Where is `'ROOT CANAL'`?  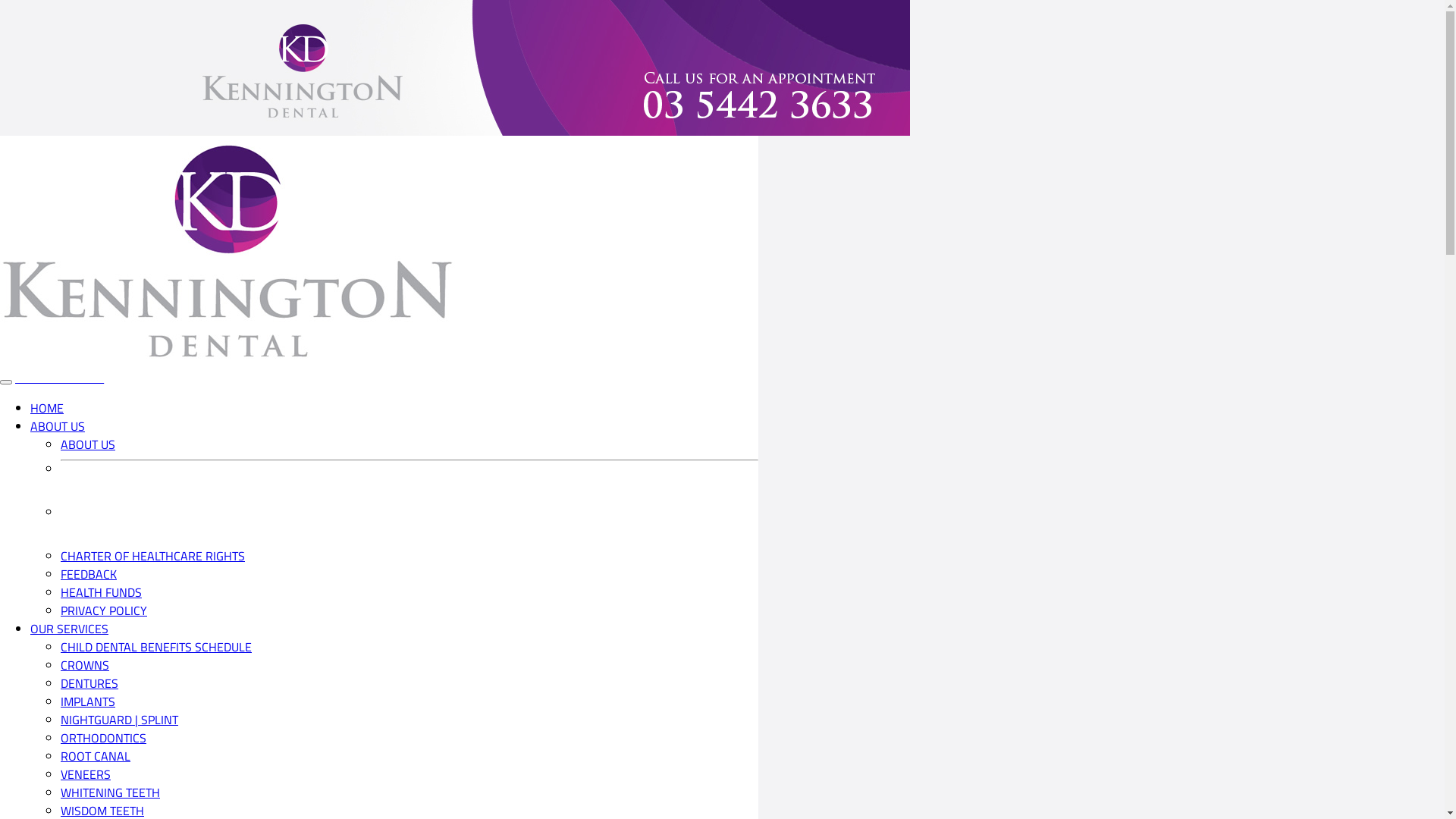 'ROOT CANAL' is located at coordinates (94, 755).